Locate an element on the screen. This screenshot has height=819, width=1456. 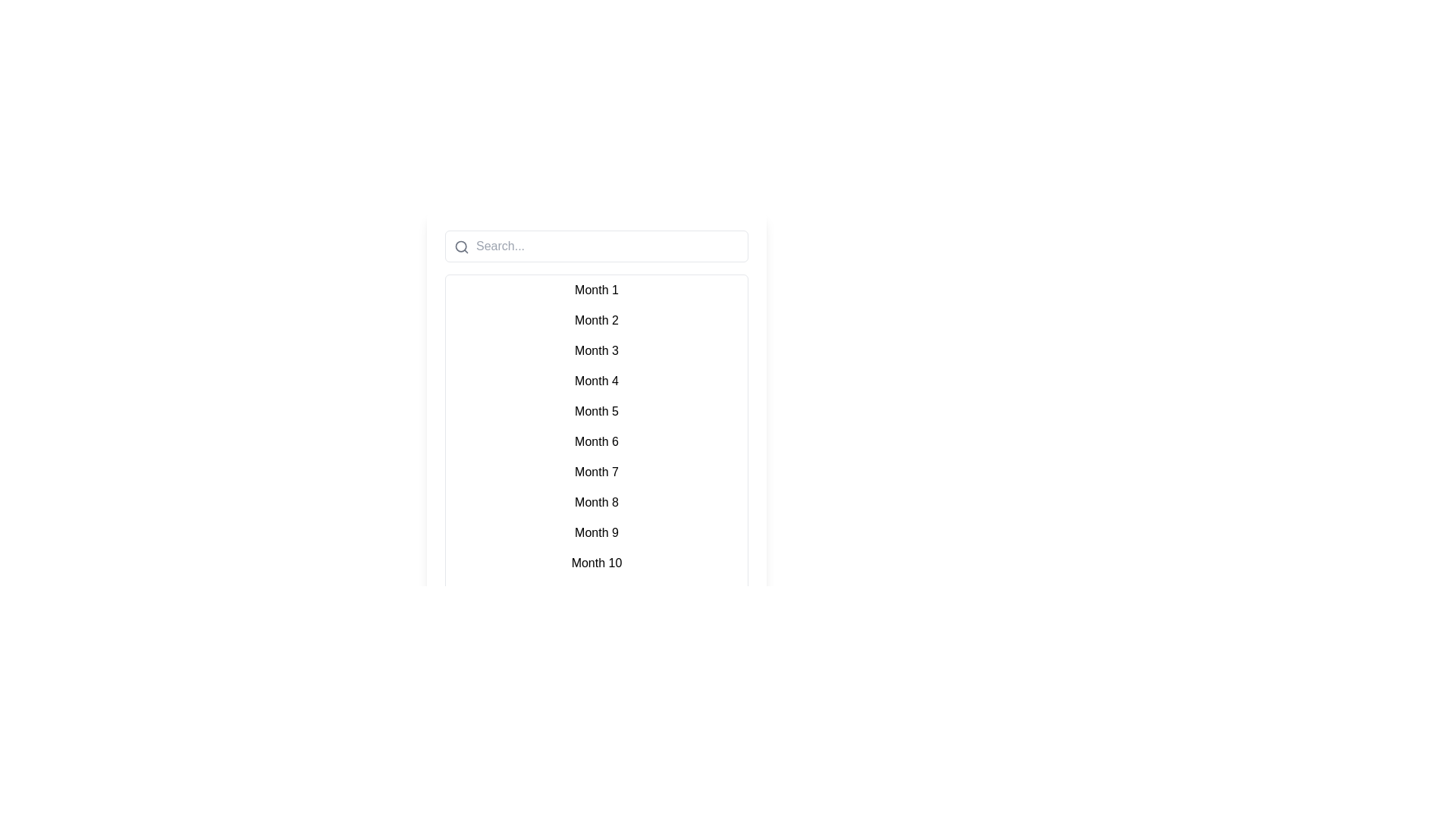
the text label for 'Month 7', which is the seventh item in a centrally located list of twelve items is located at coordinates (596, 472).